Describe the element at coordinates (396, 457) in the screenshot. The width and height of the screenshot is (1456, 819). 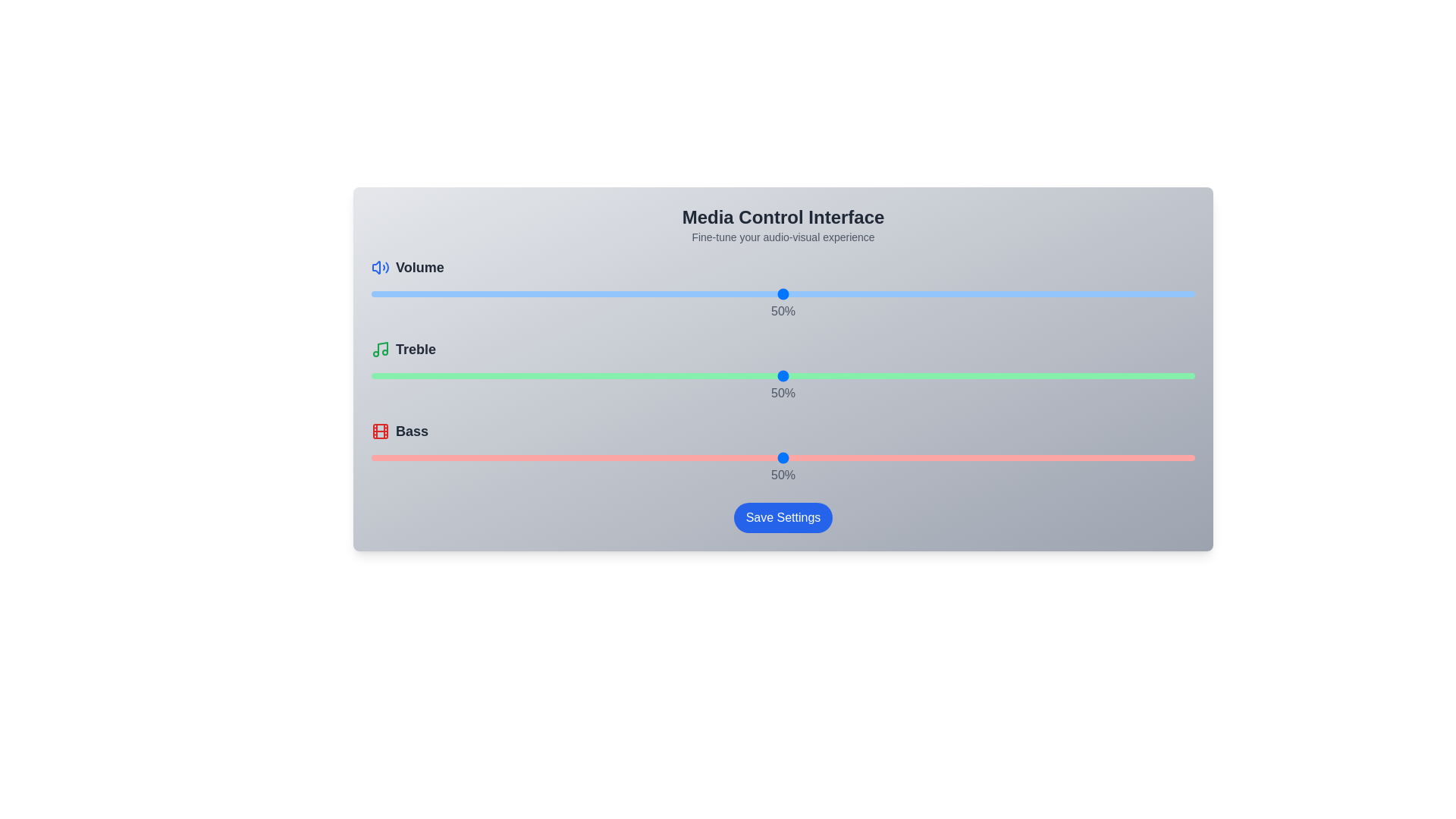
I see `bass level` at that location.